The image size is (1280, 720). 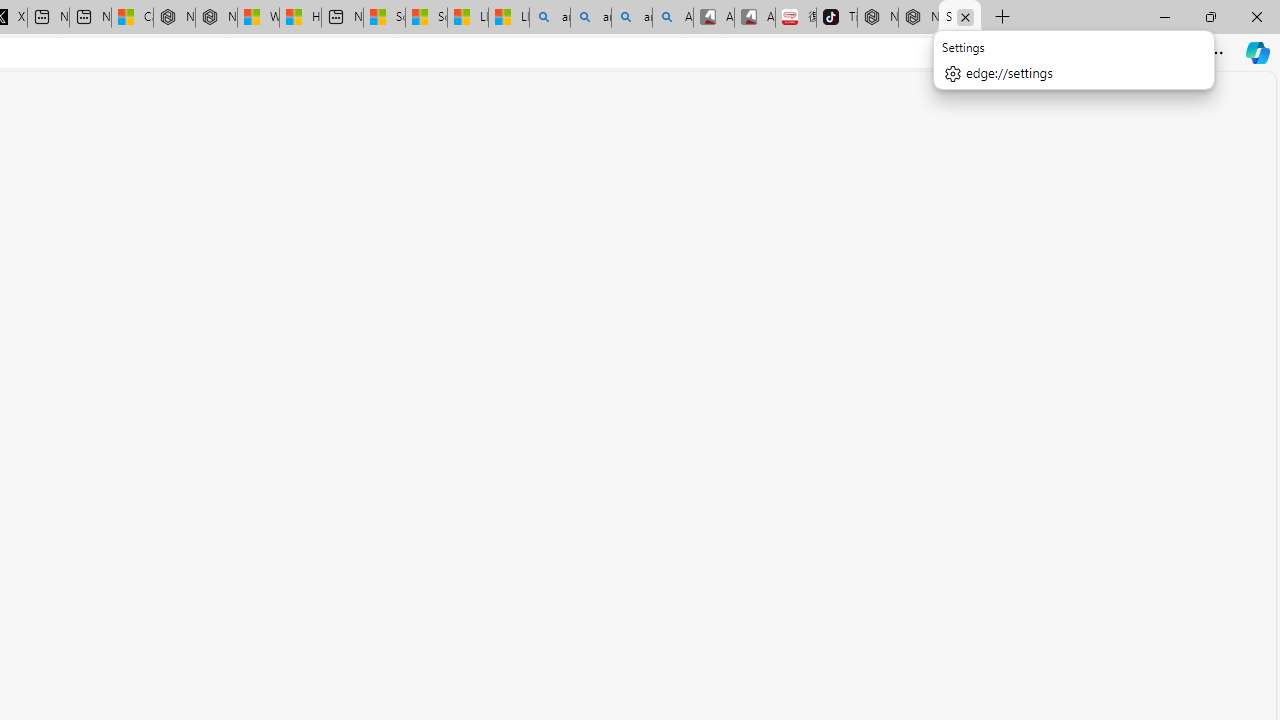 I want to click on 'Nordace - Best Sellers', so click(x=878, y=17).